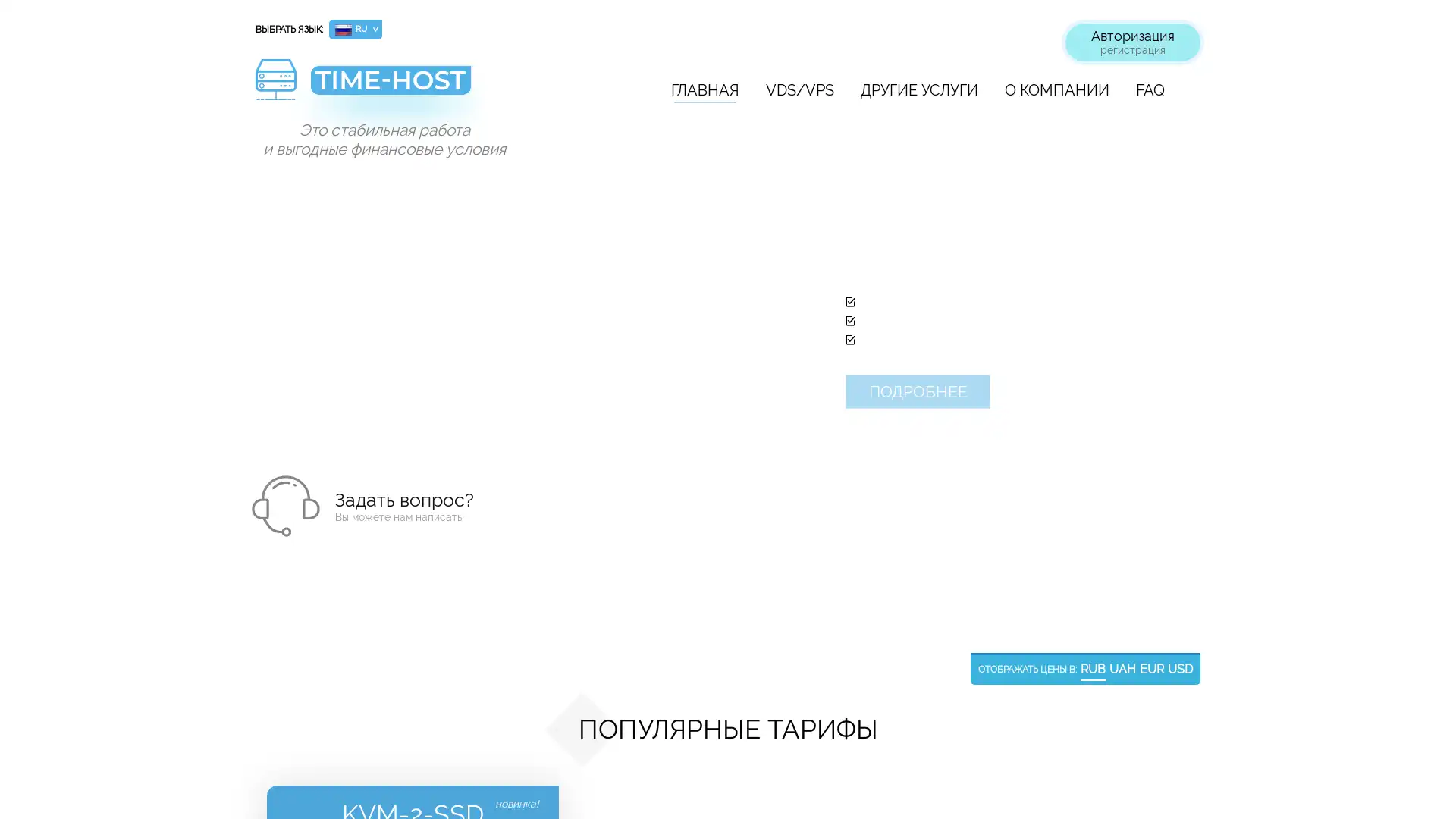  Describe the element at coordinates (1151, 669) in the screenshot. I see `EUR` at that location.